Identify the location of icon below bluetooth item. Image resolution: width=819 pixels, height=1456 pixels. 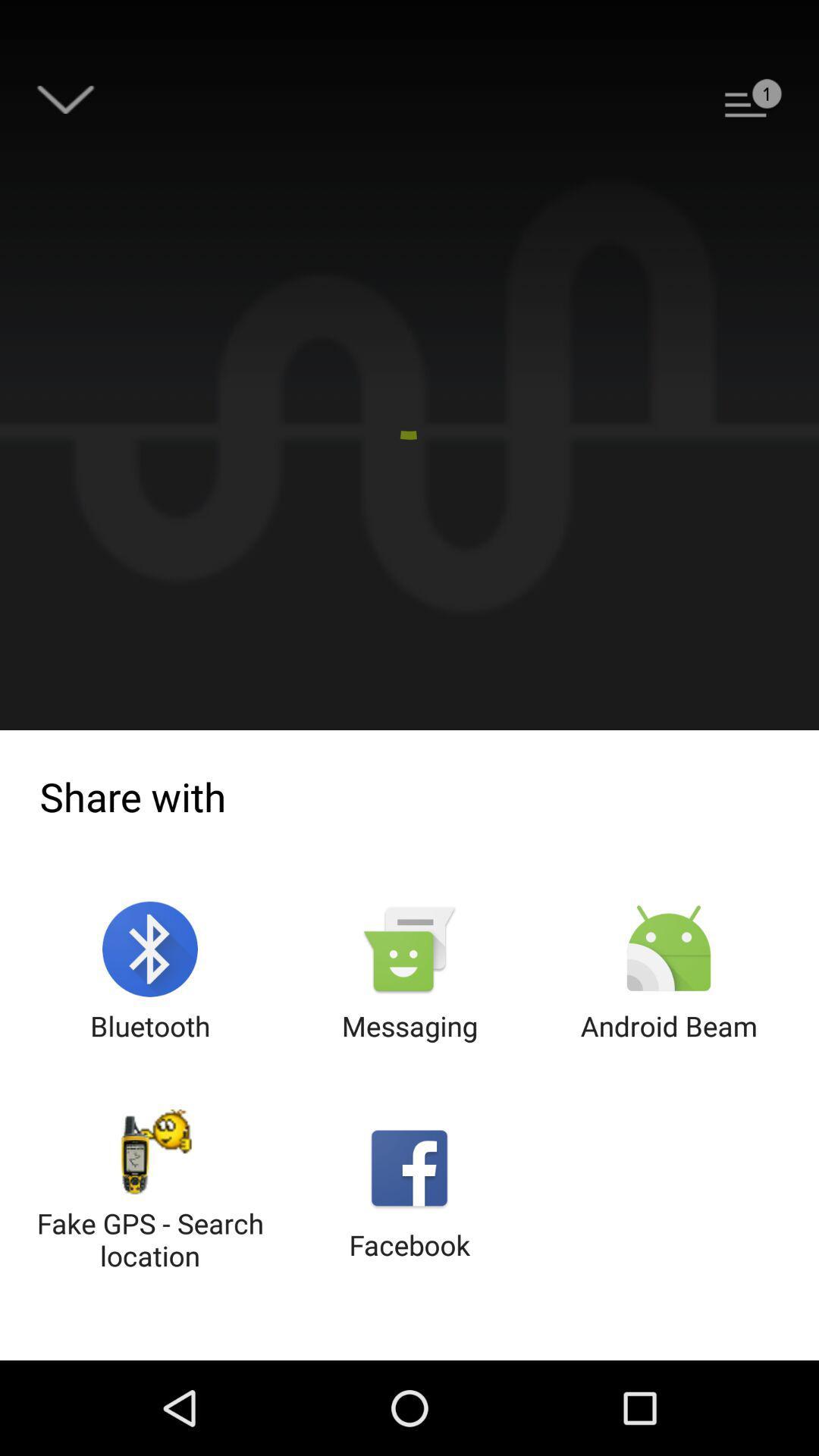
(150, 1191).